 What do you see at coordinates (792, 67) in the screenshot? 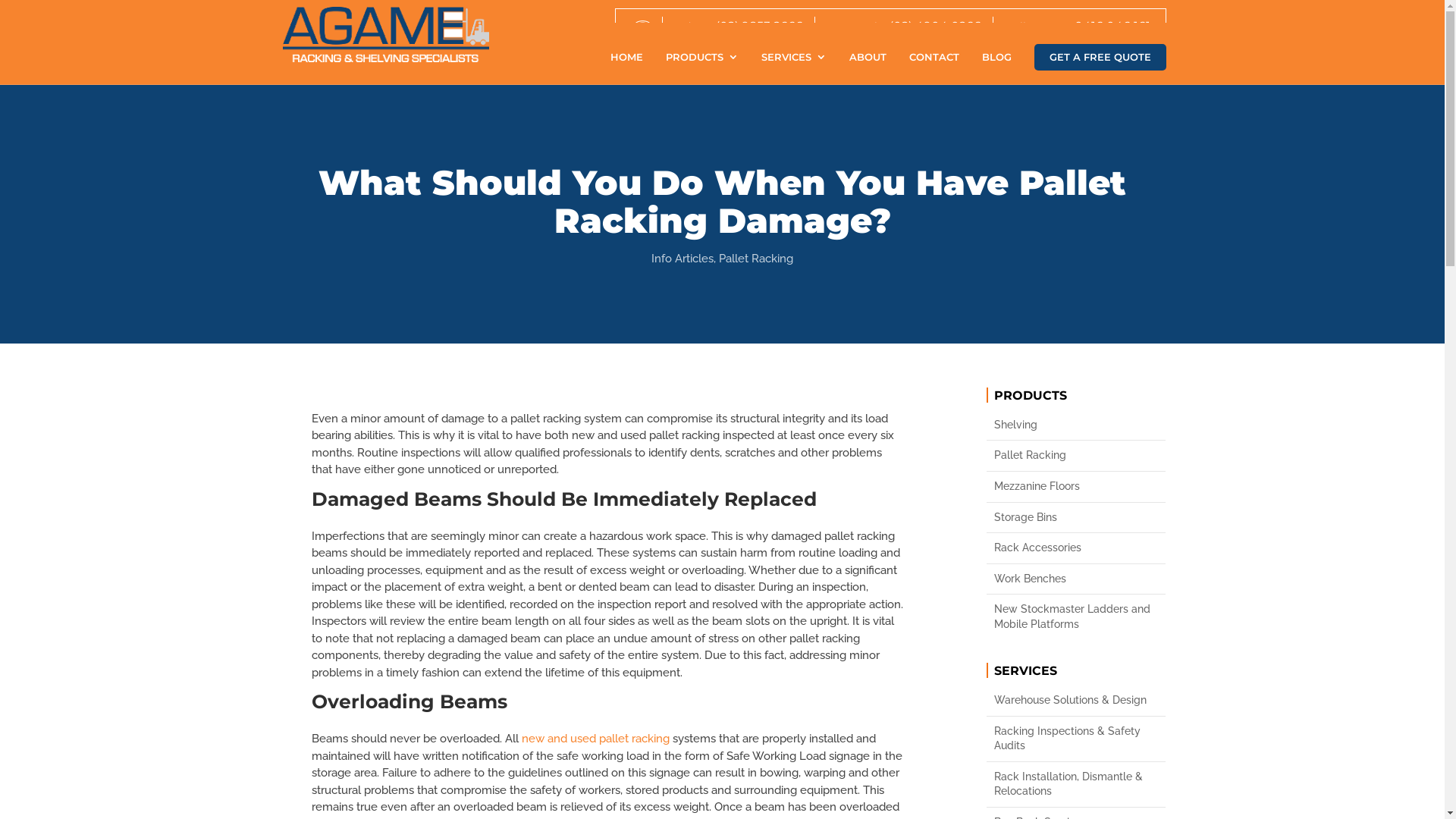
I see `'SERVICES'` at bounding box center [792, 67].